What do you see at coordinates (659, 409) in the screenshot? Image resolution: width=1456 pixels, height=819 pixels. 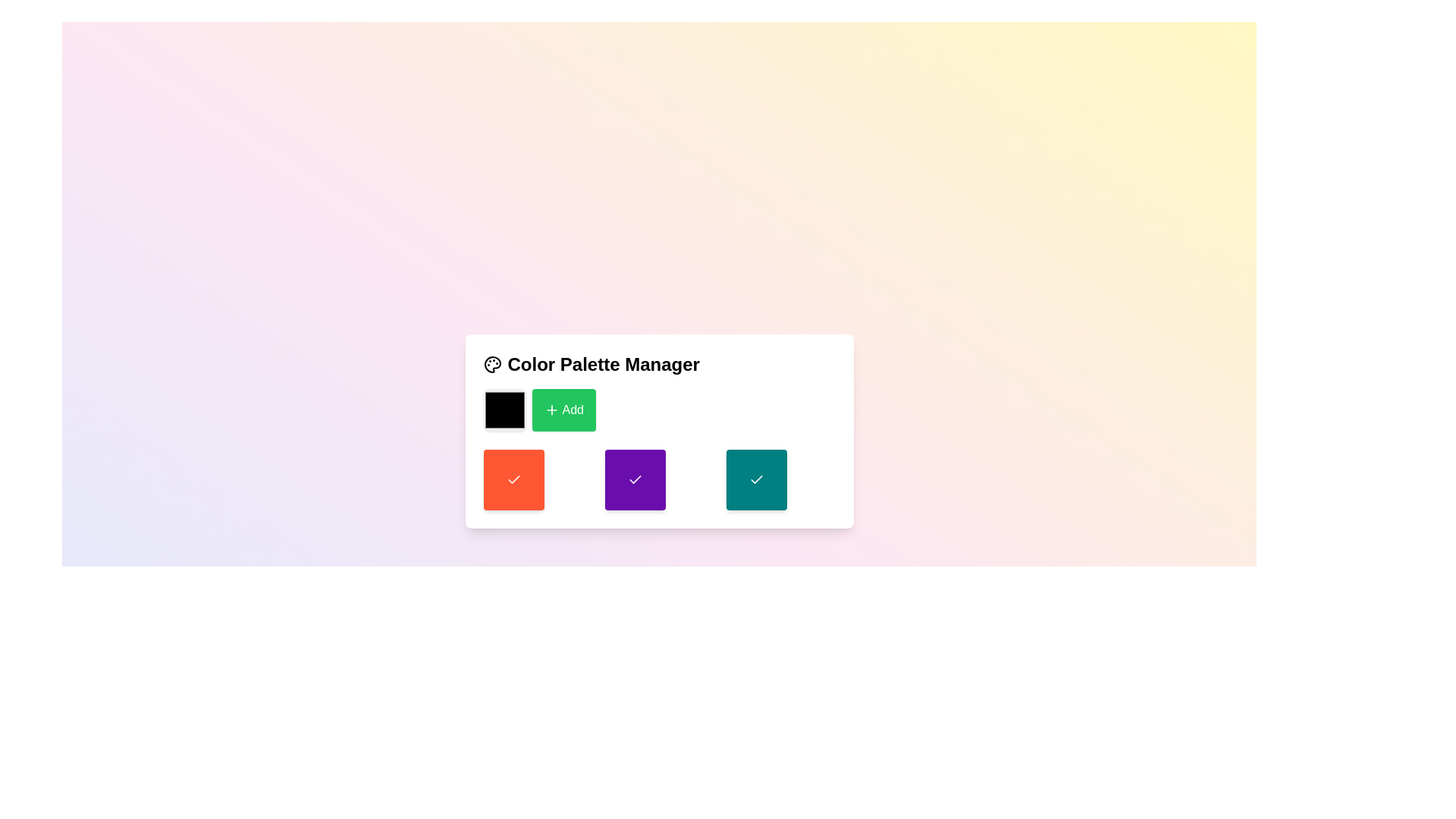 I see `the 'Add' button in the Horizontal Row with Interactive Button located in the 'Color Palette Manager' card to observe the hover effect` at bounding box center [659, 409].